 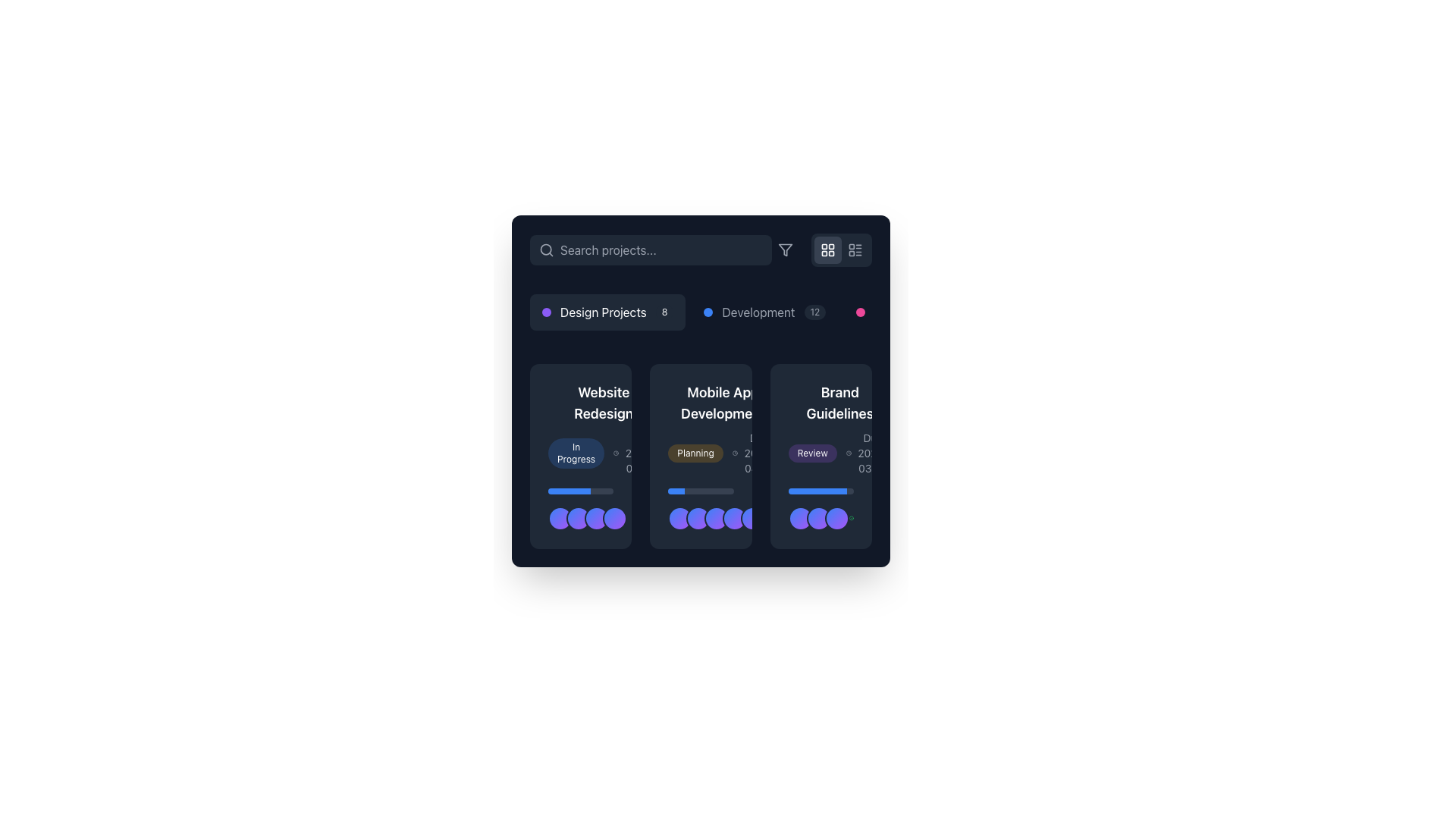 What do you see at coordinates (700, 455) in the screenshot?
I see `the 'Mobile App Development' project overview card, which is the second card in a three-column grid layout, located centrally between the 'Website Redesign' and 'Brand Guidelines' cards` at bounding box center [700, 455].